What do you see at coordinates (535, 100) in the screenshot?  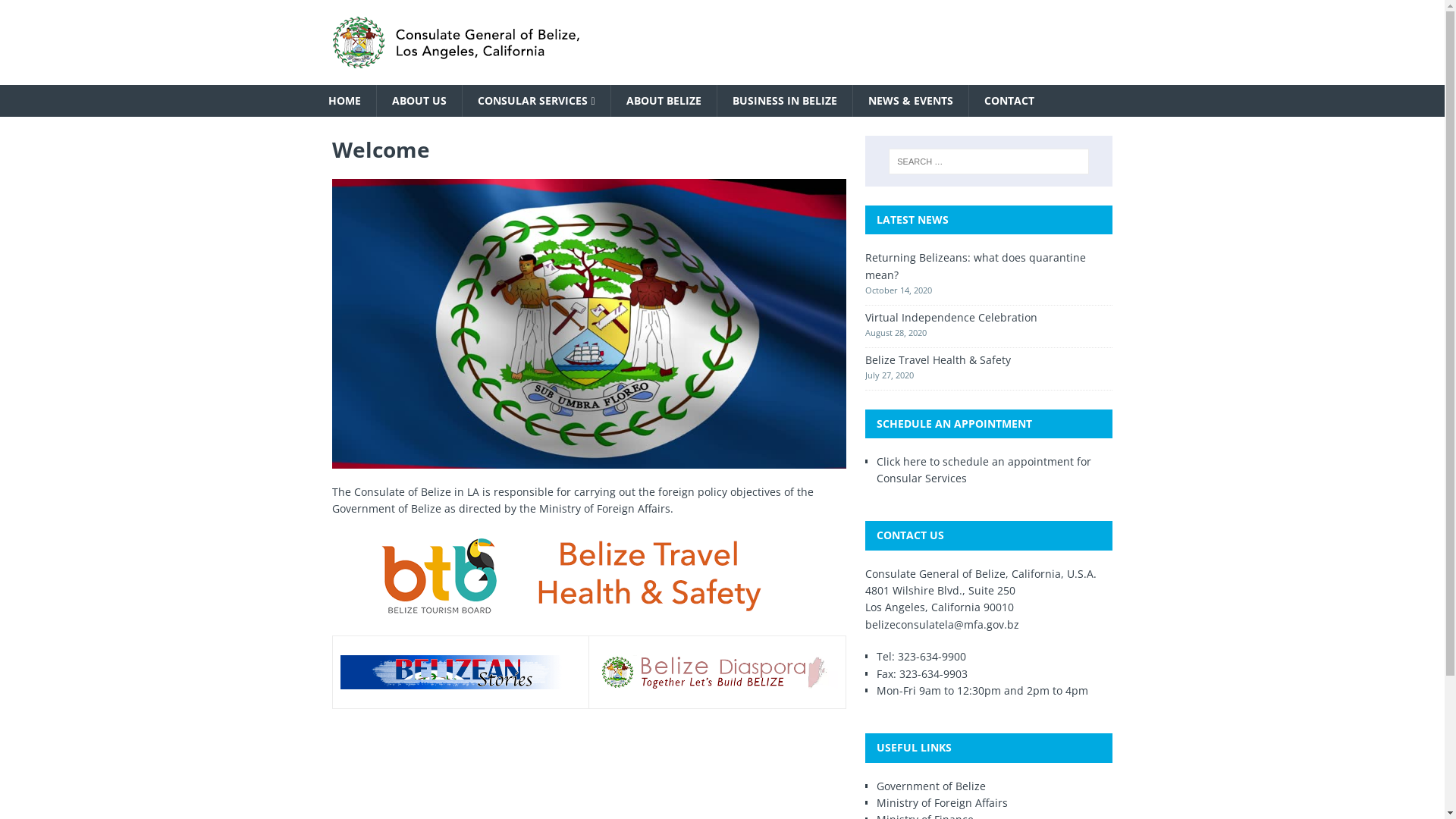 I see `'CONSULAR SERVICES'` at bounding box center [535, 100].